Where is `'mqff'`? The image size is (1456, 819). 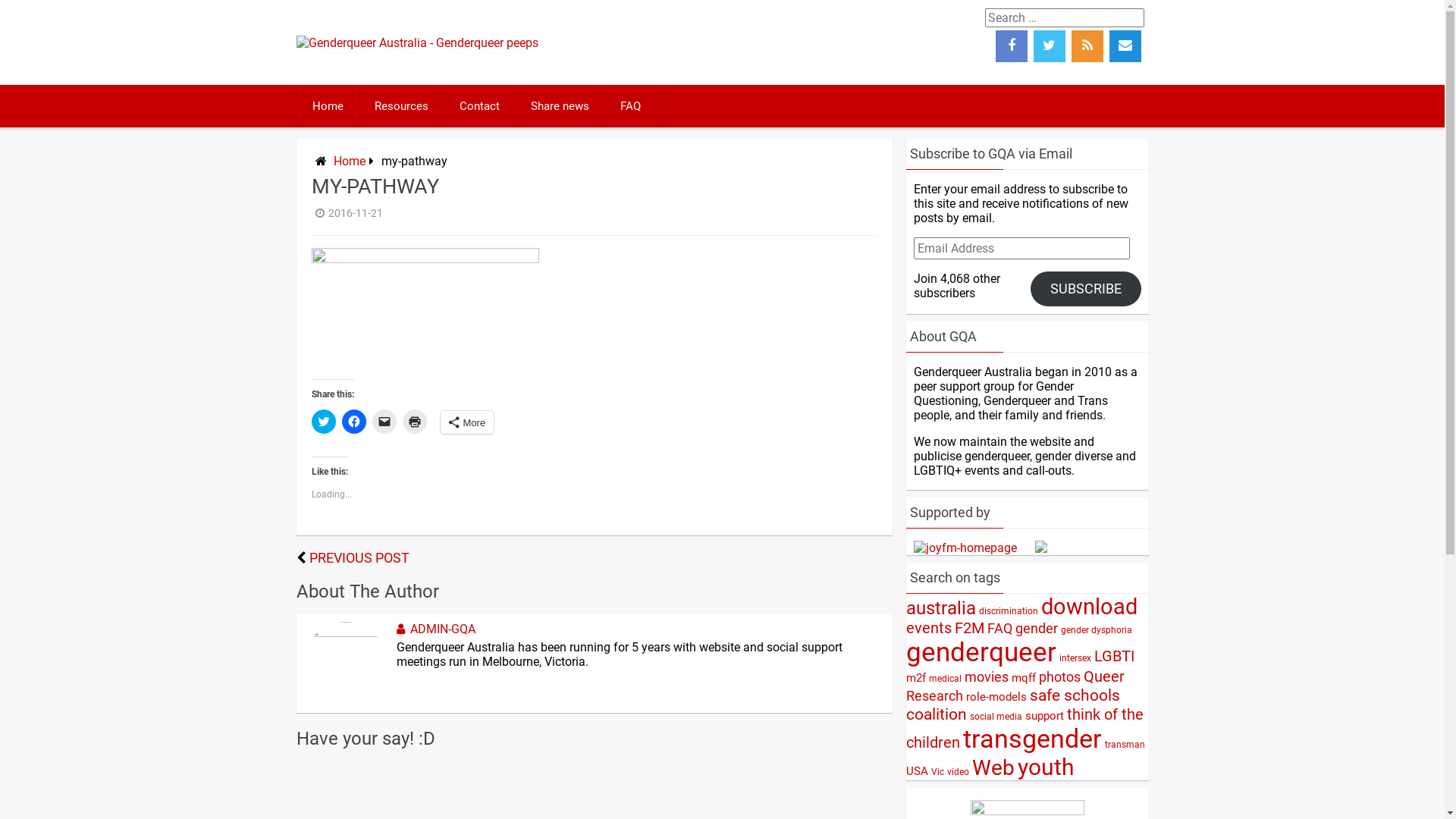 'mqff' is located at coordinates (1023, 677).